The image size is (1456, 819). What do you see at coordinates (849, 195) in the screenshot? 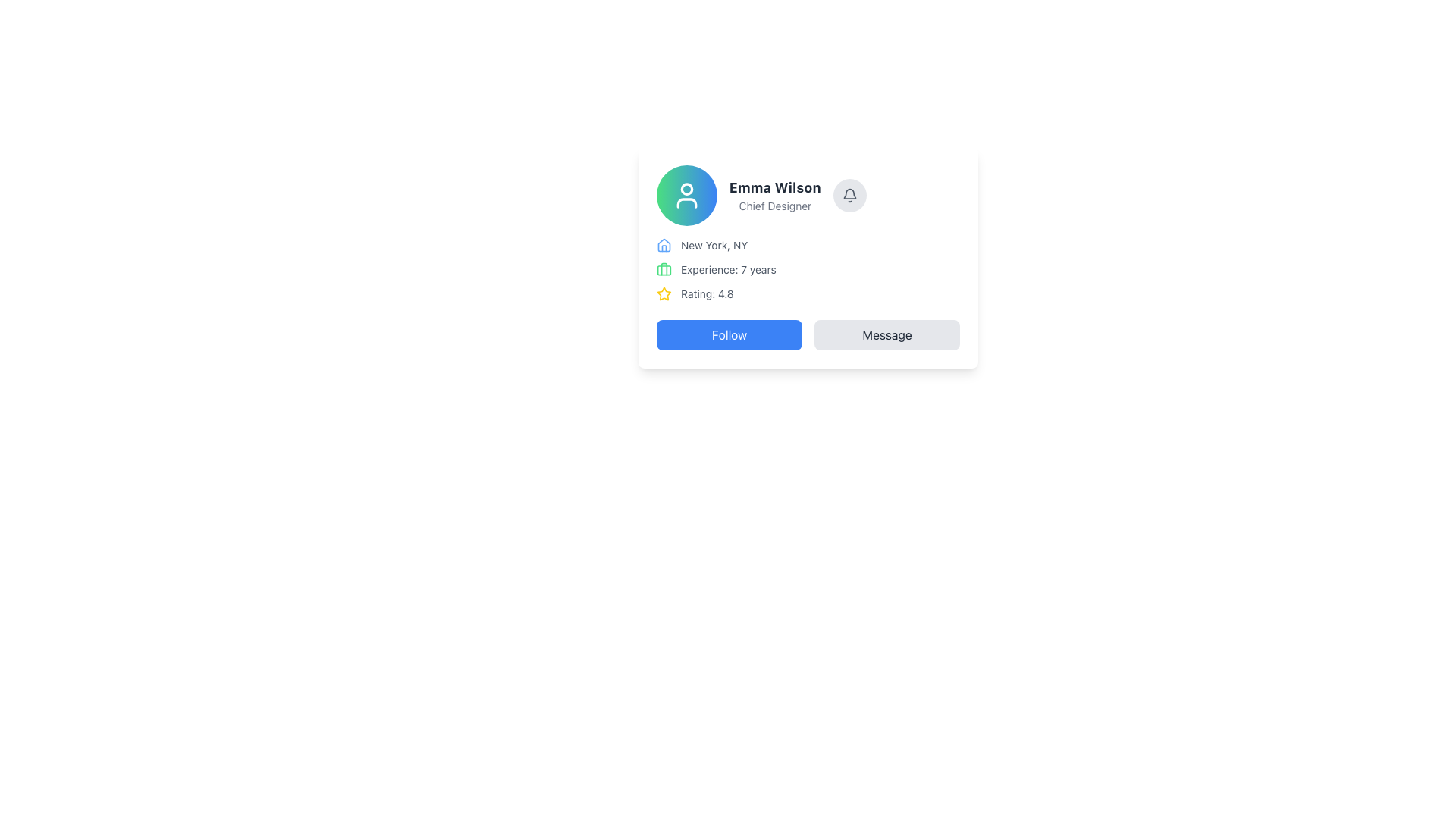
I see `the bell-shaped icon located at the top-right corner of the user's profile card` at bounding box center [849, 195].